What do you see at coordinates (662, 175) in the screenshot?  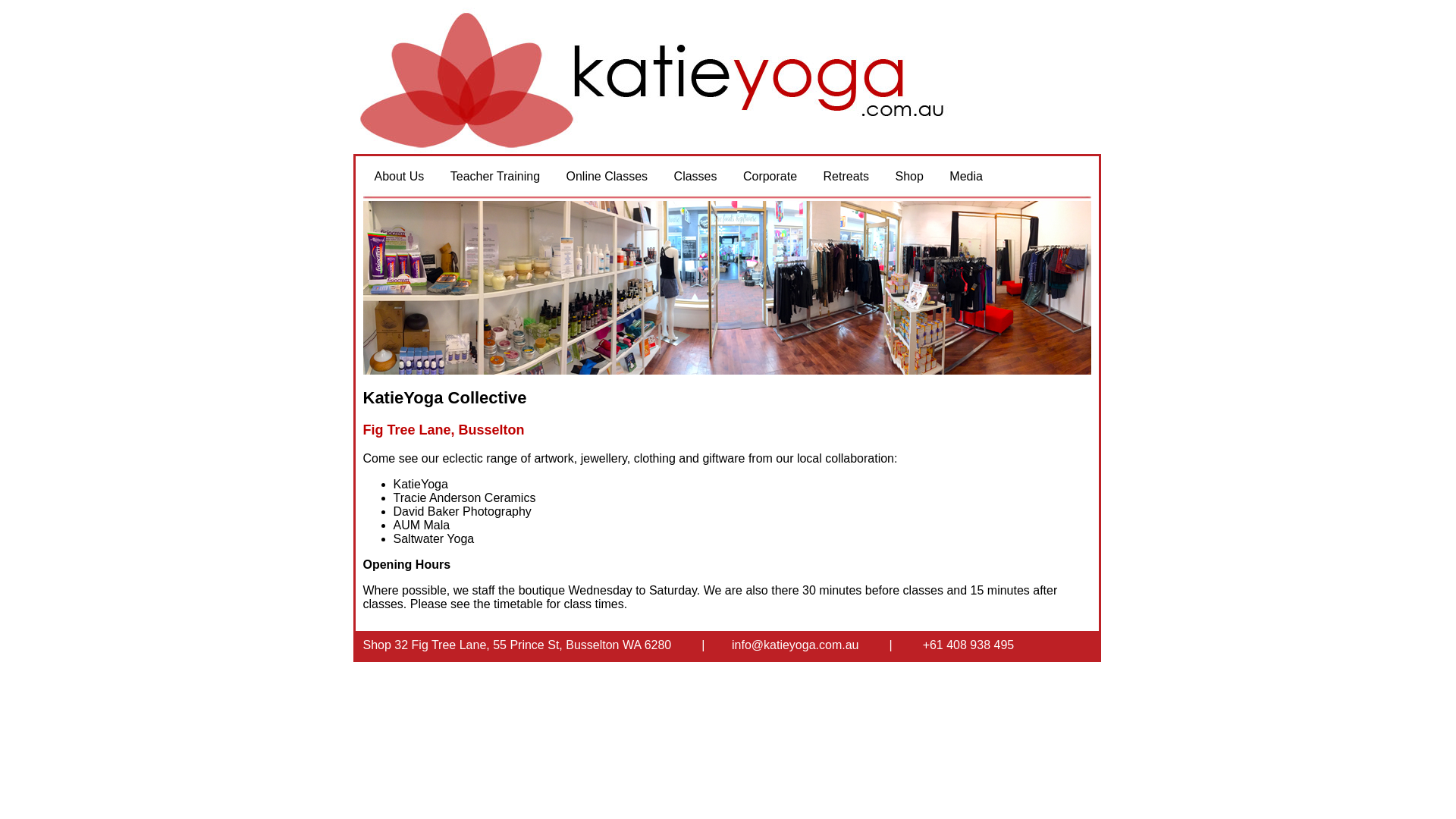 I see `'Classes'` at bounding box center [662, 175].